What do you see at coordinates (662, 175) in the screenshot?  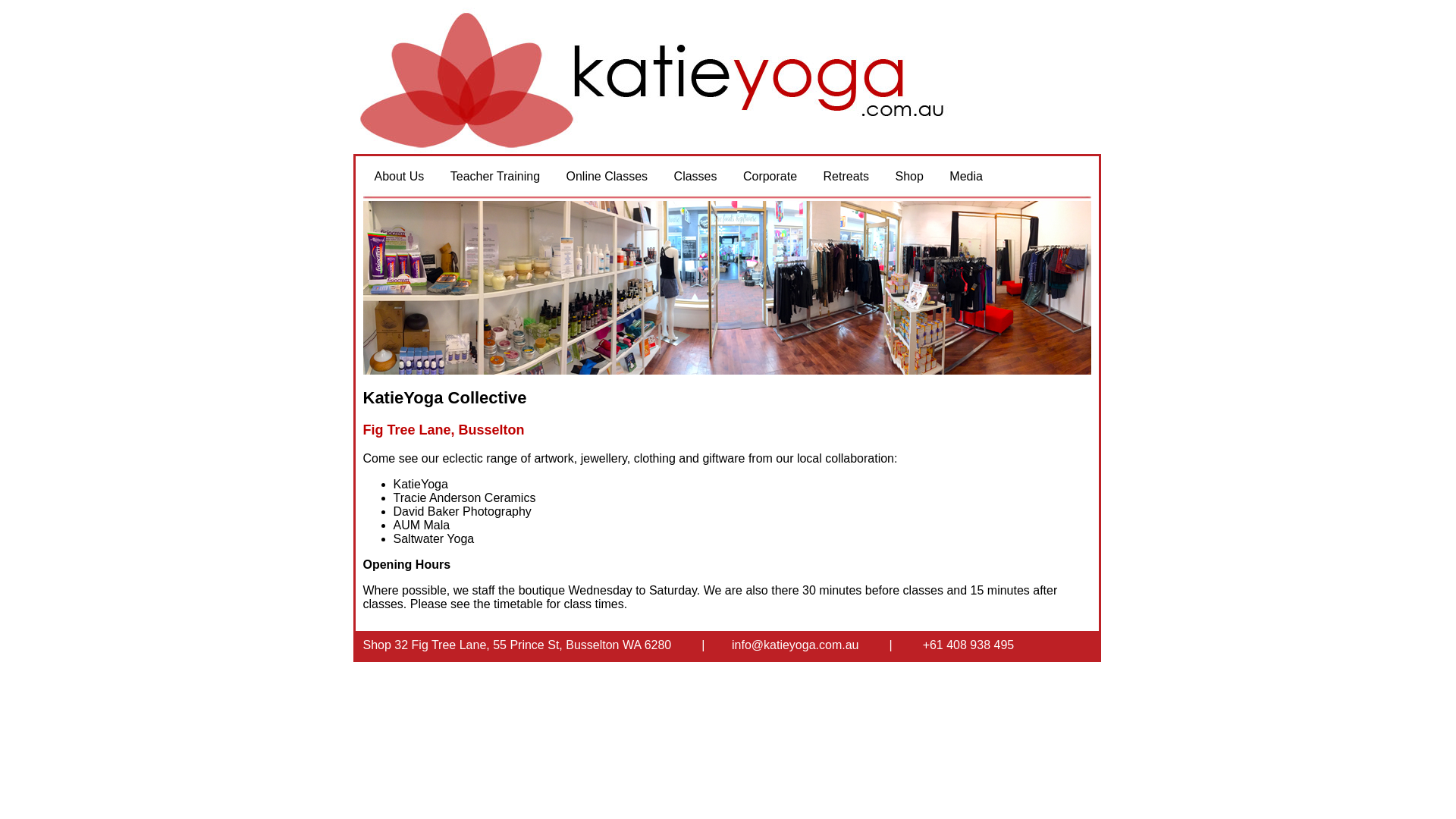 I see `'Classes'` at bounding box center [662, 175].